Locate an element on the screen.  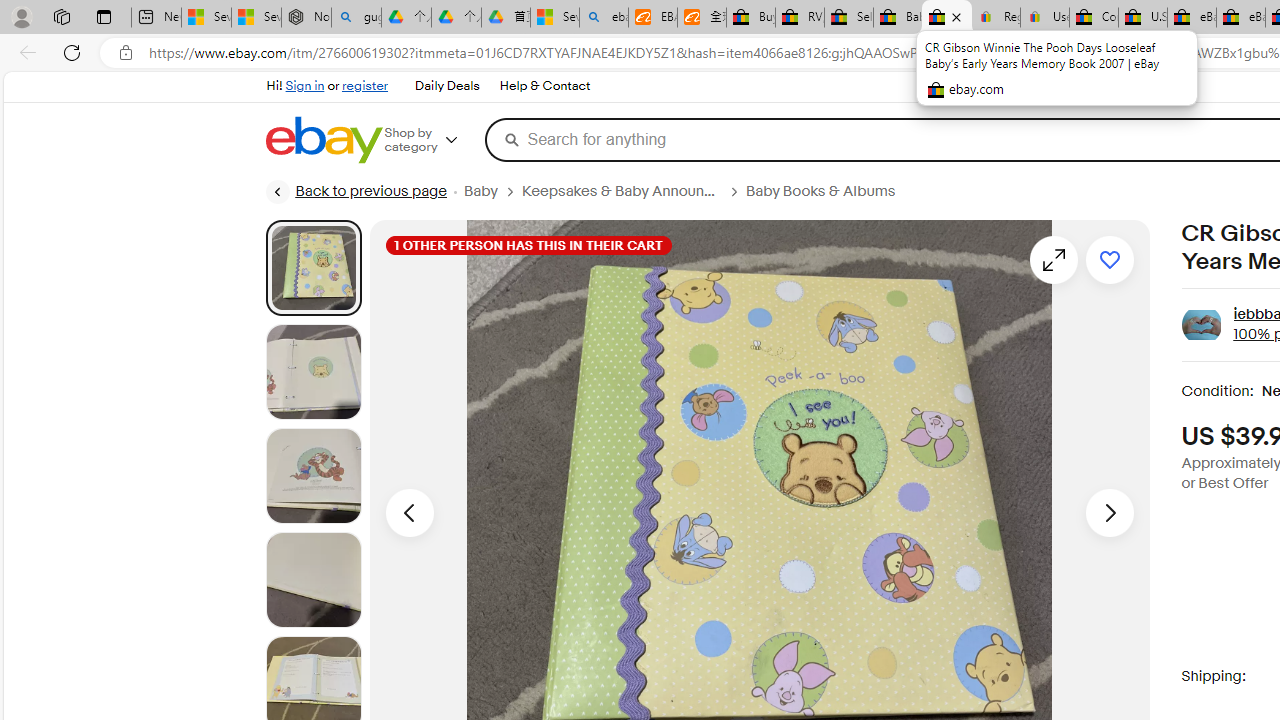
'Daily Deals' is located at coordinates (446, 86).